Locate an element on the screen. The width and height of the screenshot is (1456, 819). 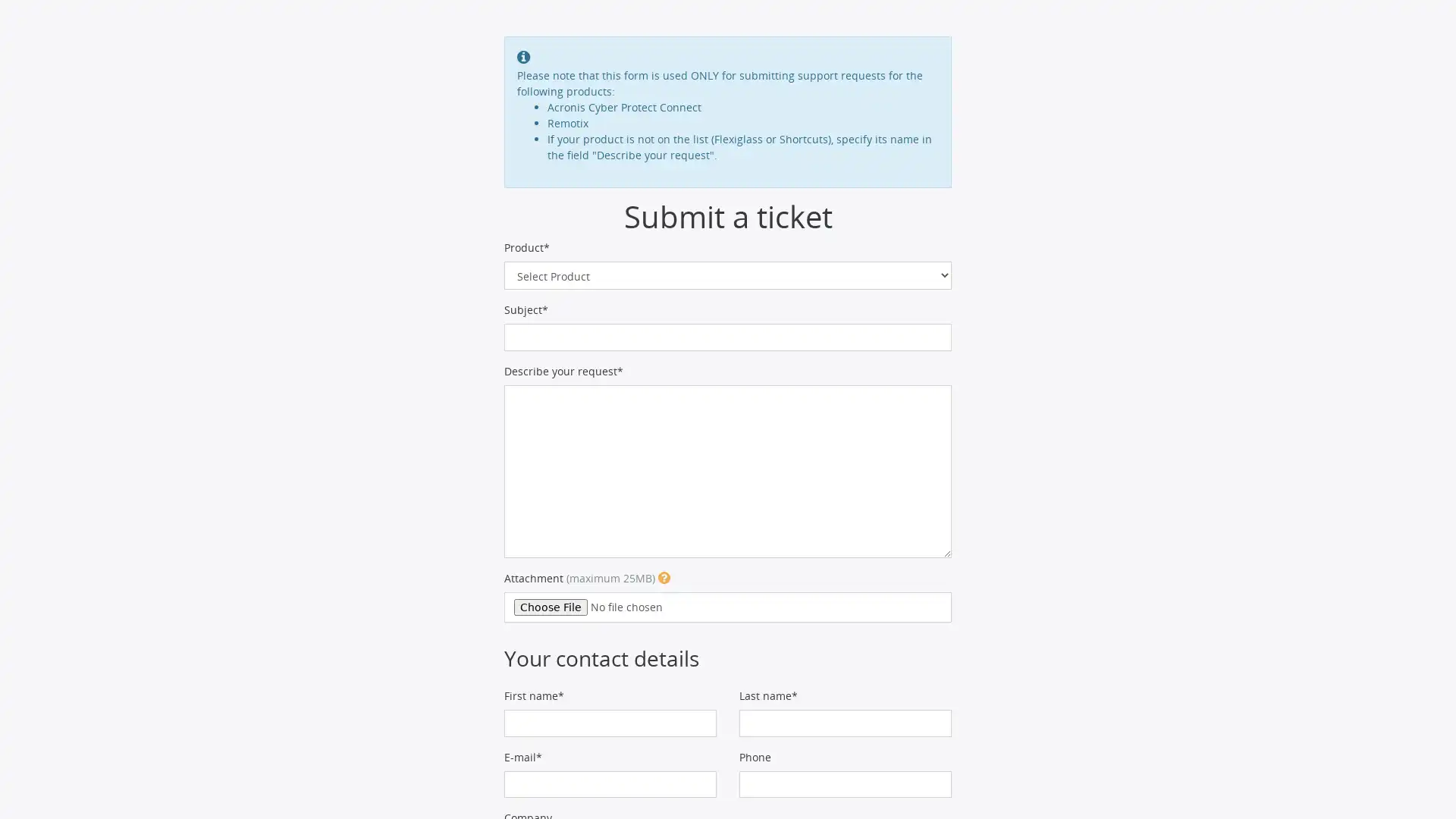
Attachment (maximum 25MB) is located at coordinates (728, 605).